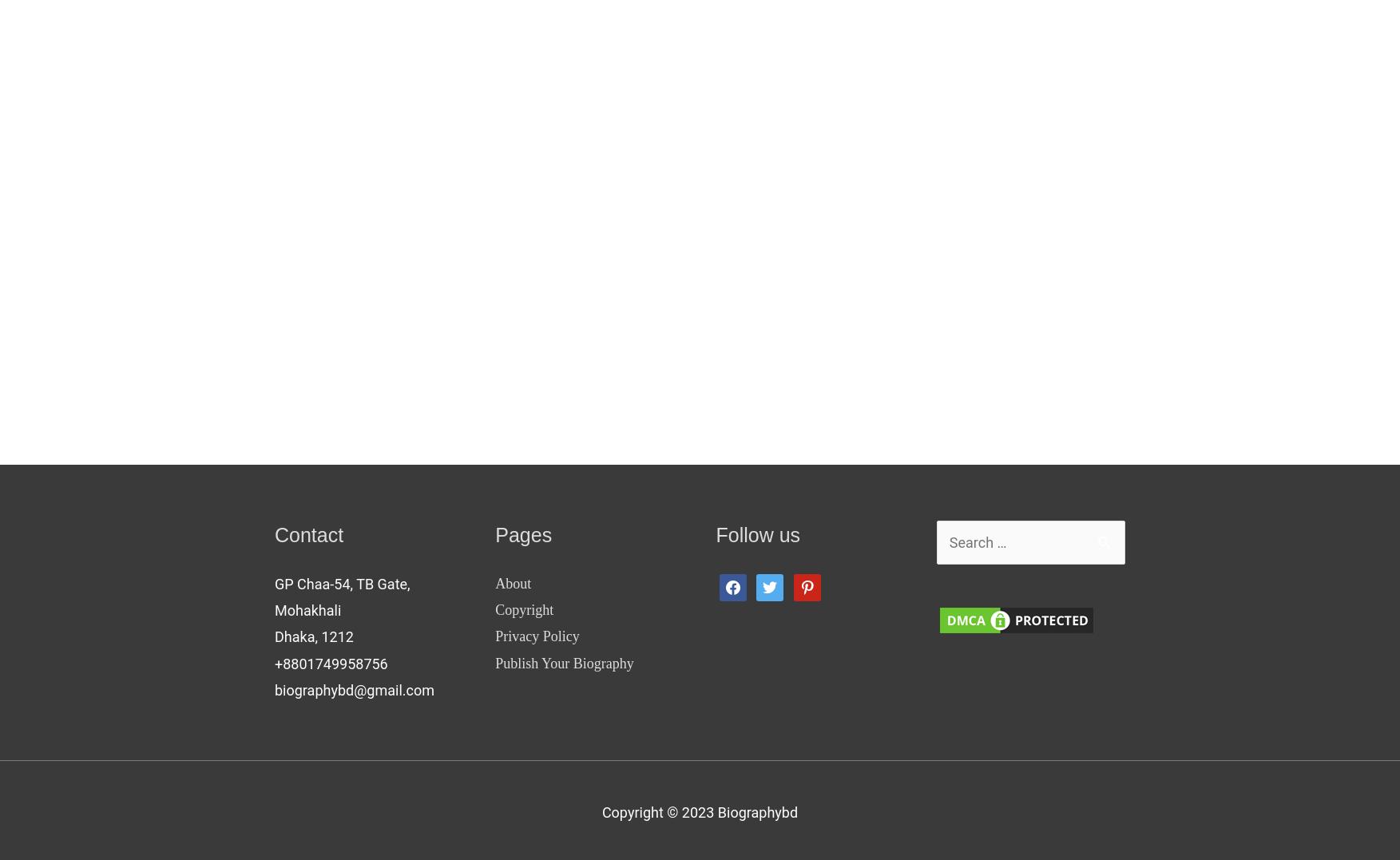 The height and width of the screenshot is (860, 1400). Describe the element at coordinates (295, 636) in the screenshot. I see `'Dhaka'` at that location.